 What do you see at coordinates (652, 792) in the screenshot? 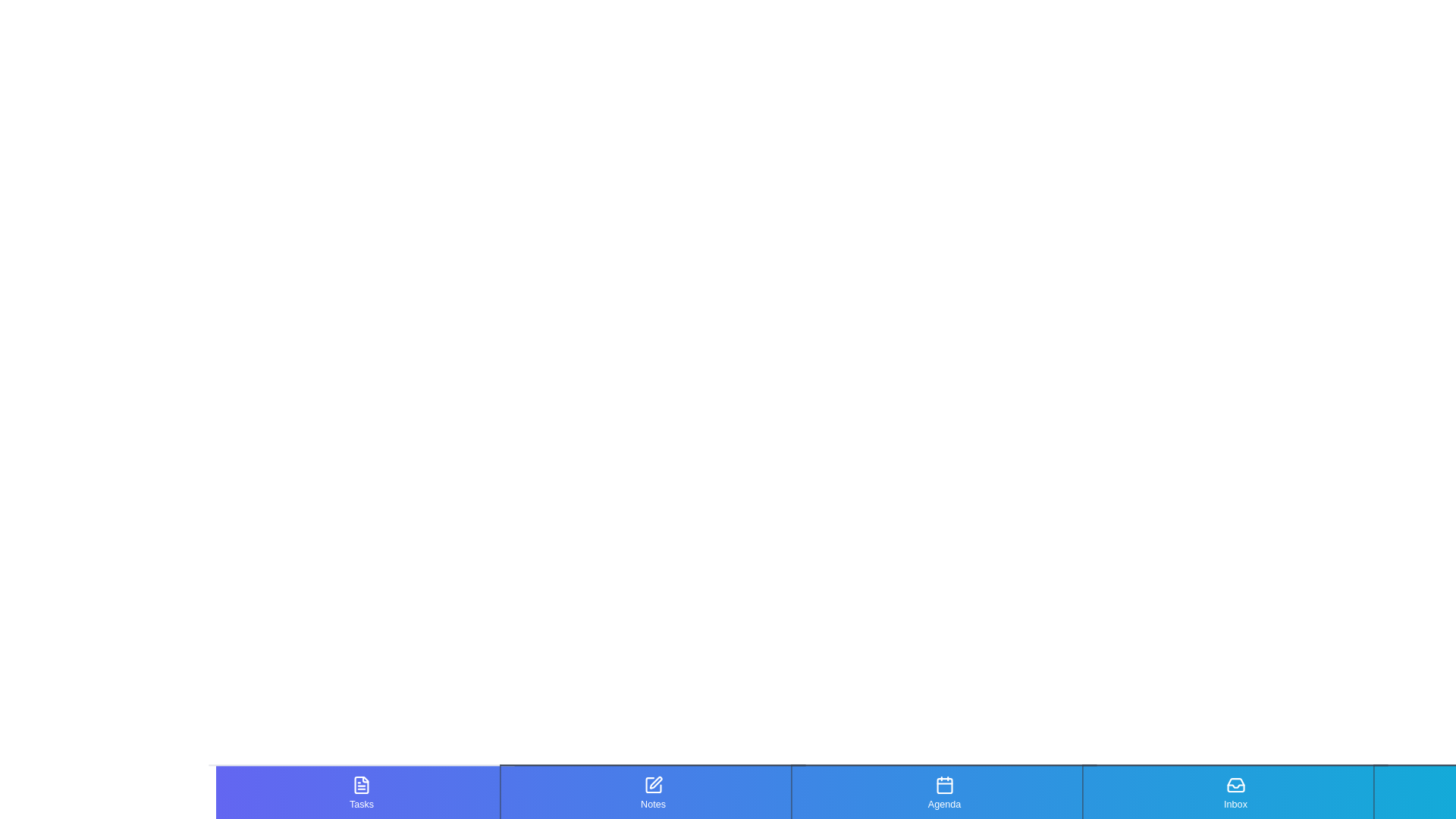
I see `the button labeled Notes to observe its hover effect` at bounding box center [652, 792].